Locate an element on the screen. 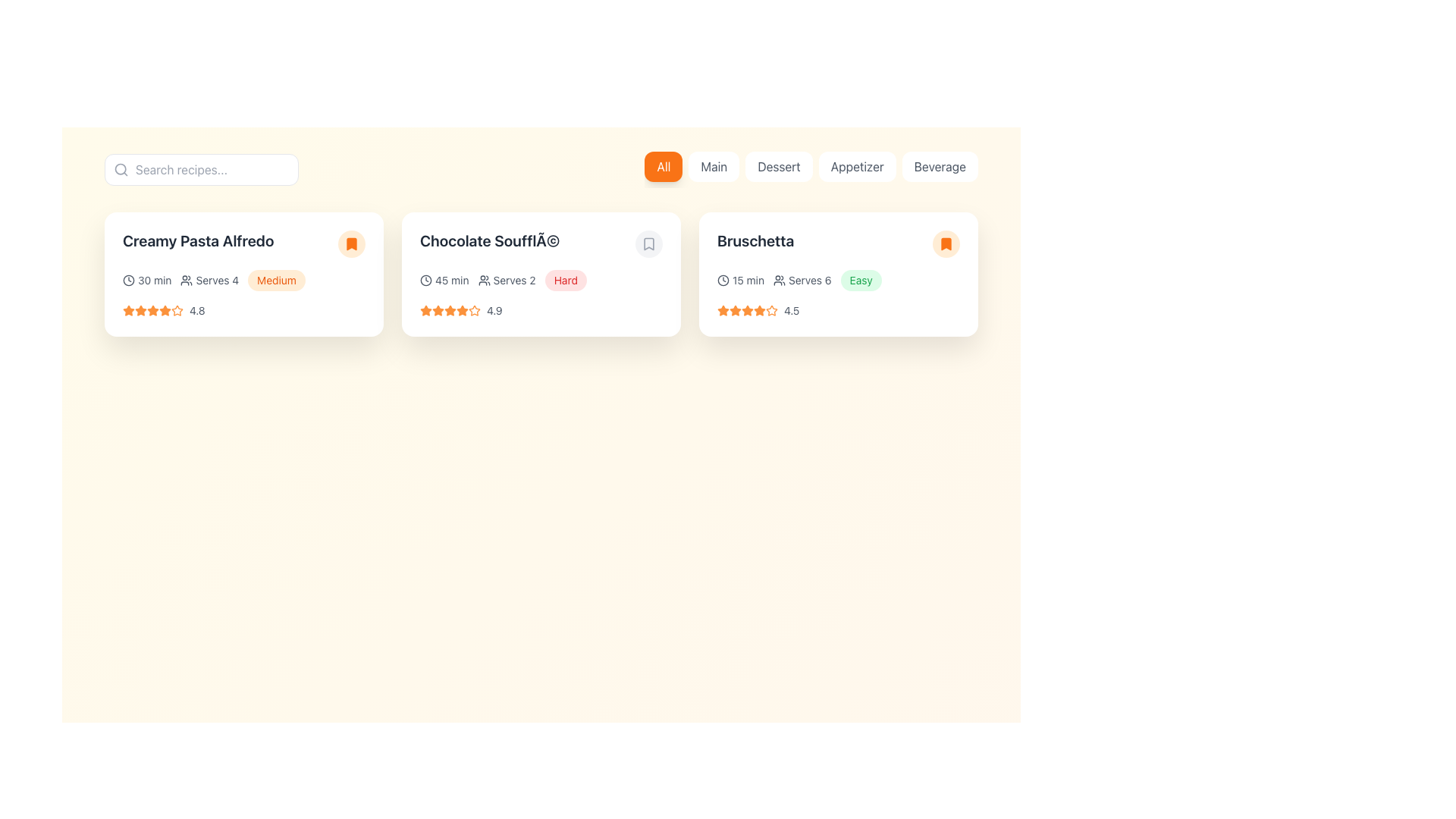 This screenshot has height=819, width=1456. the 'Dessert' category button in the top-center navigation menu to trigger the hover effect is located at coordinates (779, 166).